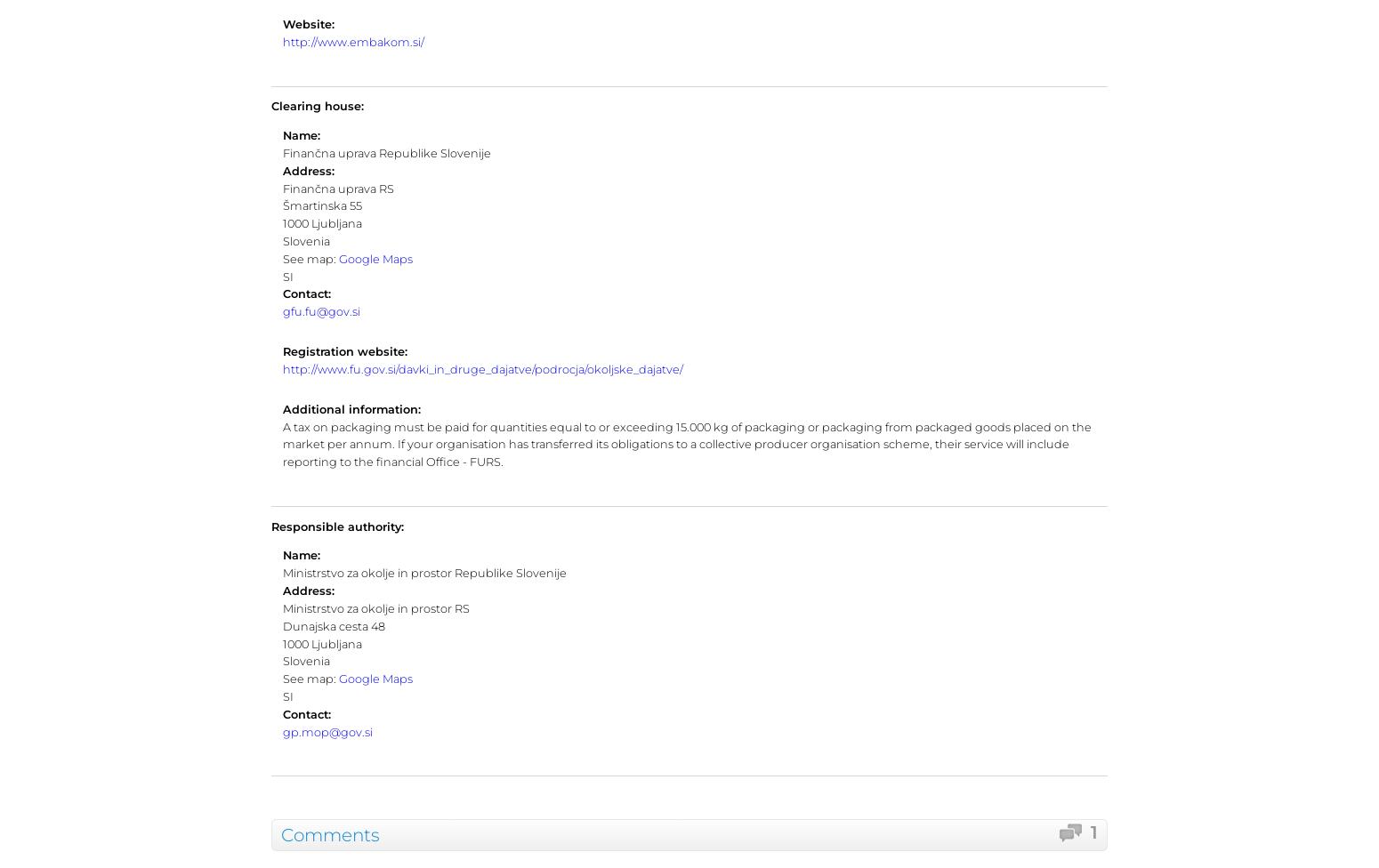 The width and height of the screenshot is (1379, 868). Describe the element at coordinates (280, 24) in the screenshot. I see `'Website:'` at that location.